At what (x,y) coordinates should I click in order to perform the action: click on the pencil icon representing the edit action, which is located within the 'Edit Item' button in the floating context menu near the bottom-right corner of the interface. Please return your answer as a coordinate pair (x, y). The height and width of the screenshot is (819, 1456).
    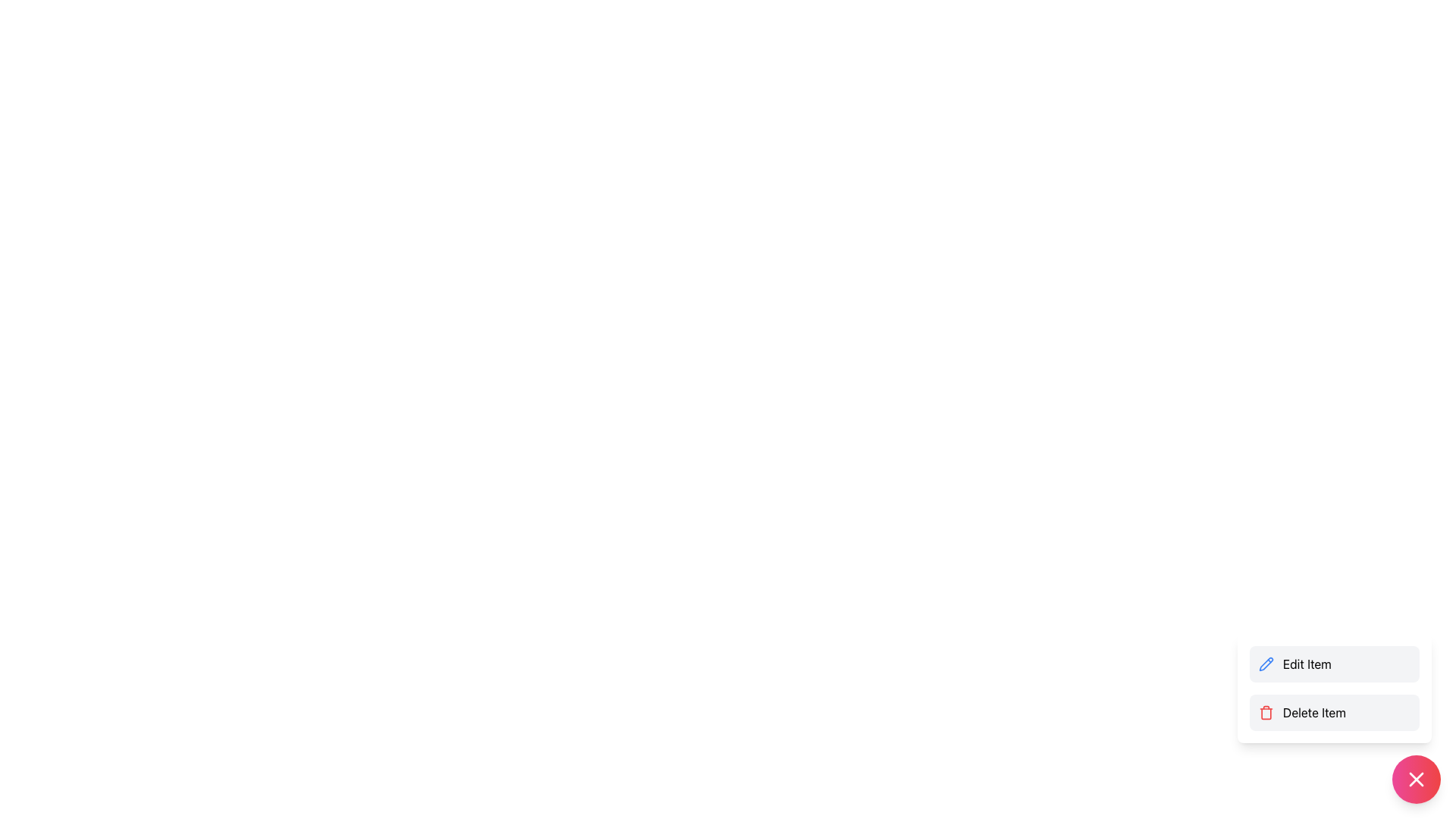
    Looking at the image, I should click on (1266, 663).